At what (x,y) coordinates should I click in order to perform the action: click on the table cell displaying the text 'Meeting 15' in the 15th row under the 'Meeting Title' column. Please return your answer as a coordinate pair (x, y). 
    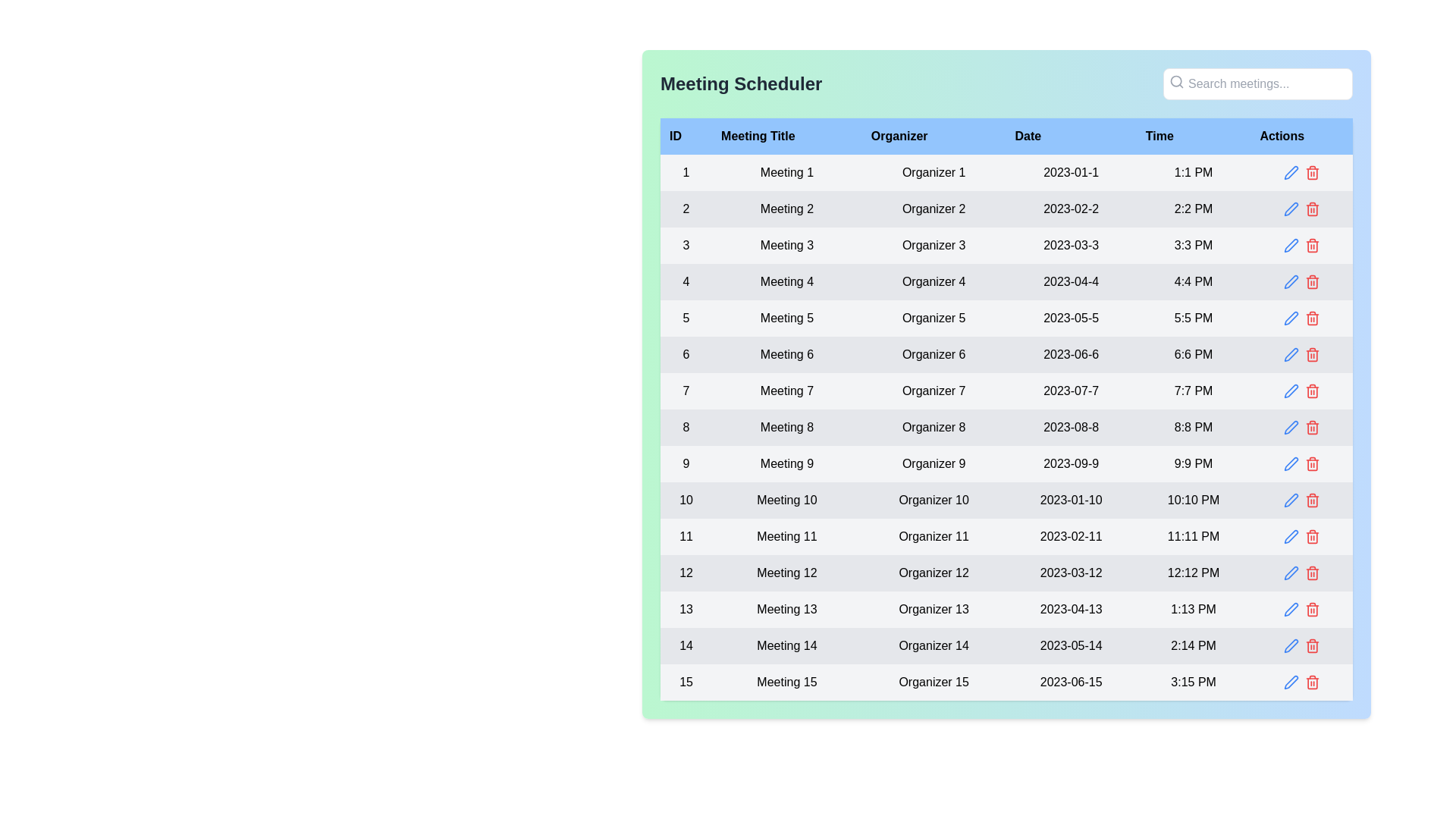
    Looking at the image, I should click on (786, 681).